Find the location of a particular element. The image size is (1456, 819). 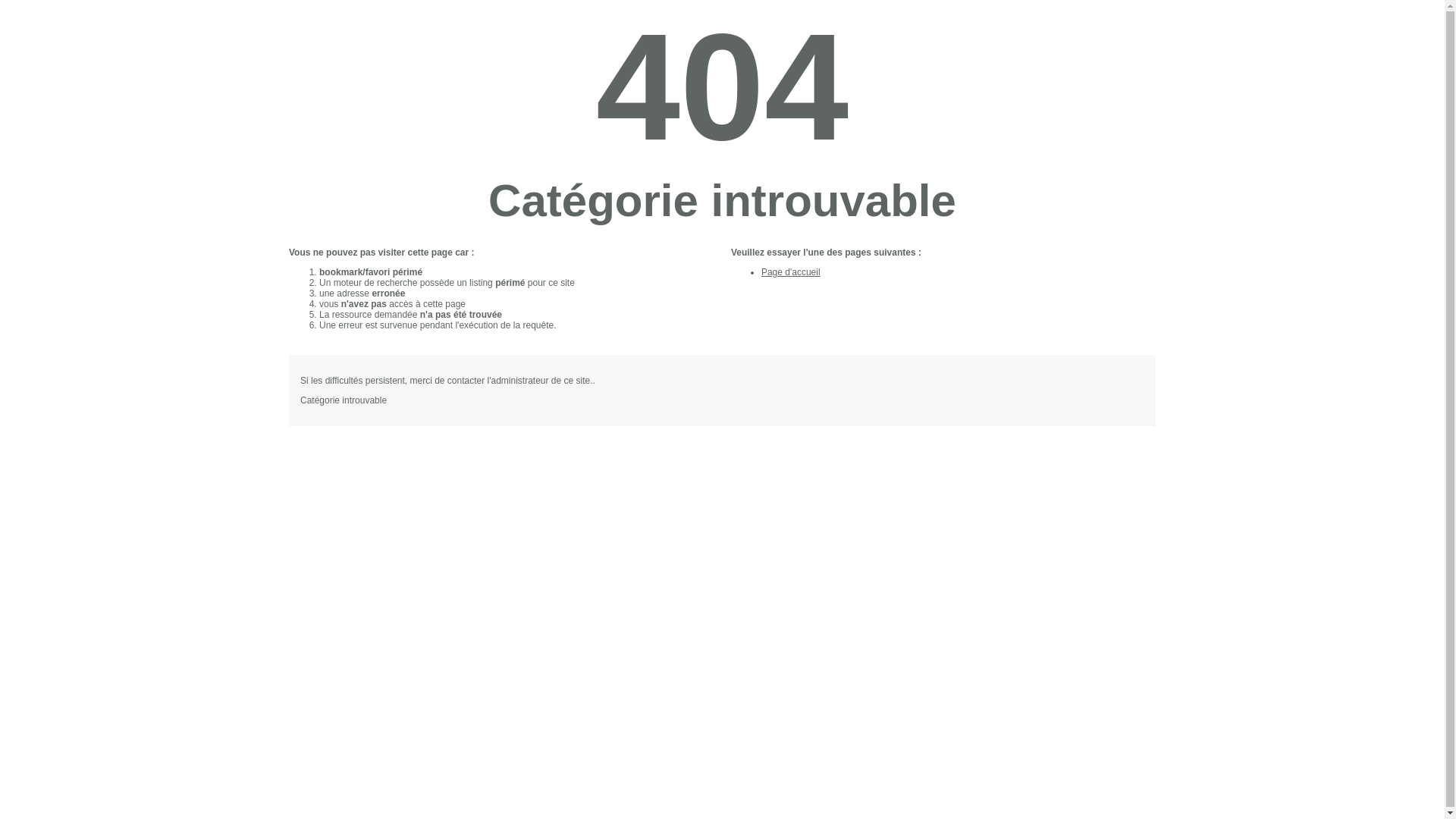

'Page d'accueil' is located at coordinates (789, 271).